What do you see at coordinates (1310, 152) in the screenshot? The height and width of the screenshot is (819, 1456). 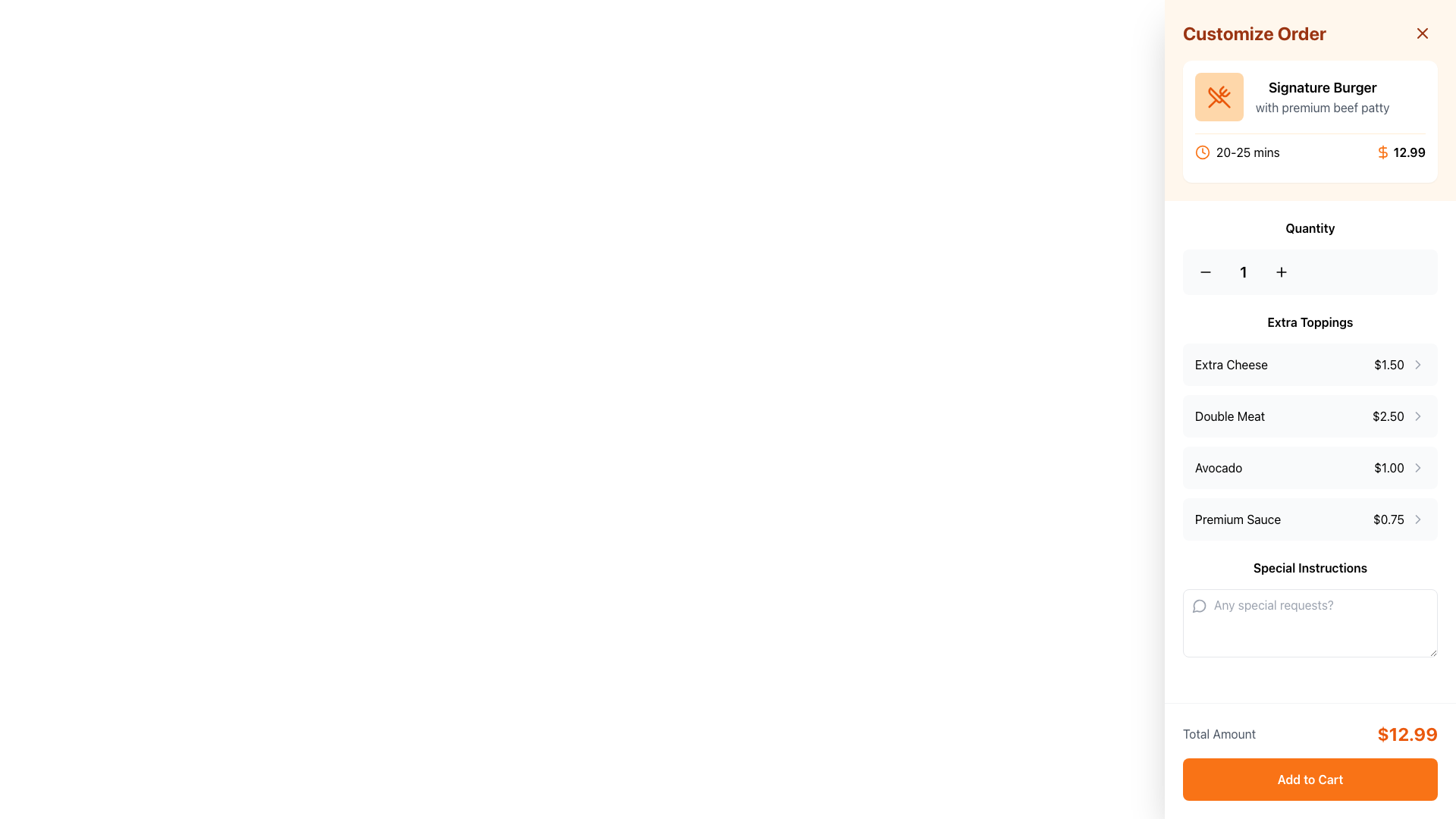 I see `the informational text displaying delivery time and price for the 'Signature Burger'` at bounding box center [1310, 152].